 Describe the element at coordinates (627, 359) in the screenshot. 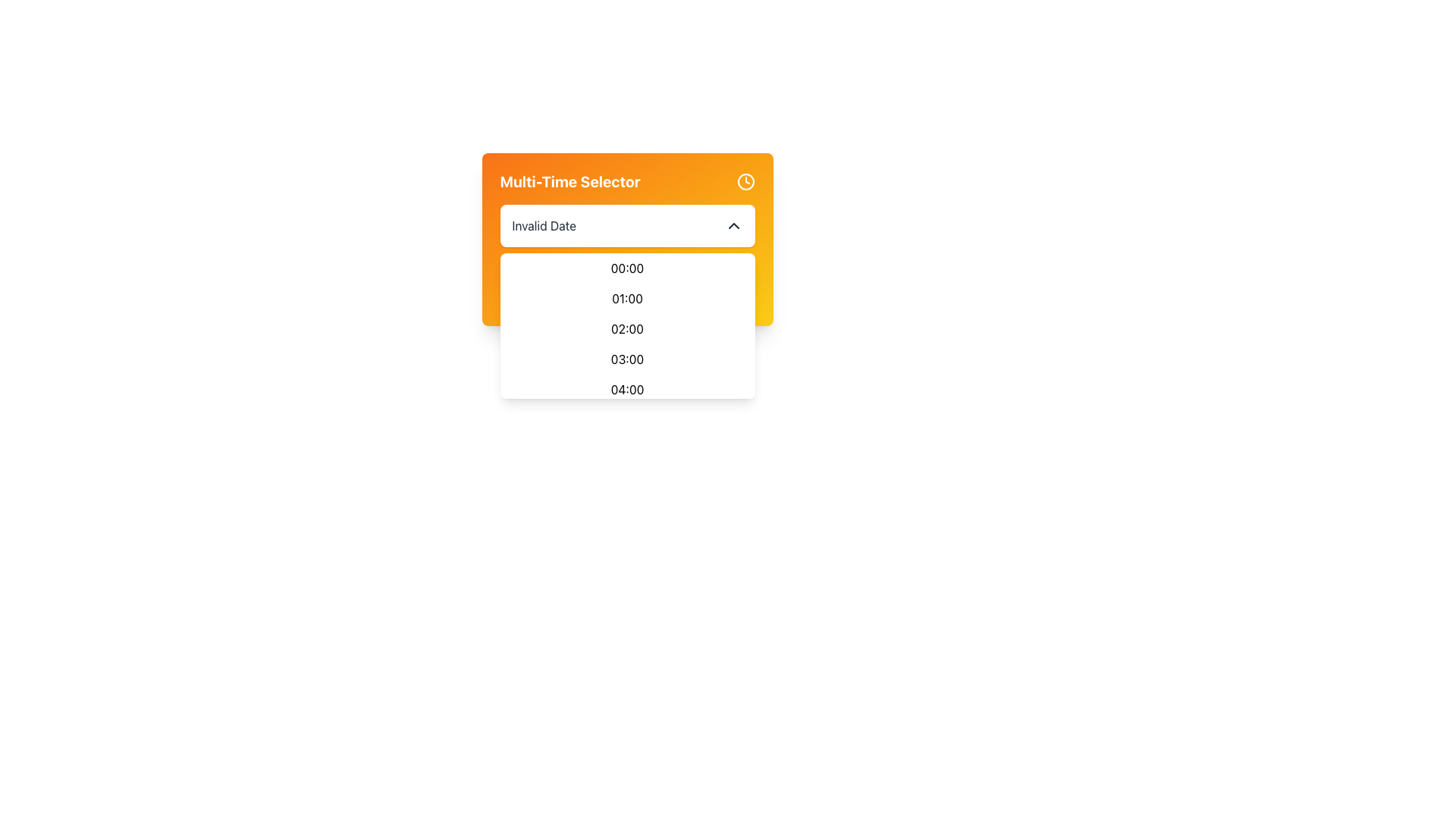

I see `the selectable time slot '03:00' in the dropdown list to trigger hover styling` at that location.